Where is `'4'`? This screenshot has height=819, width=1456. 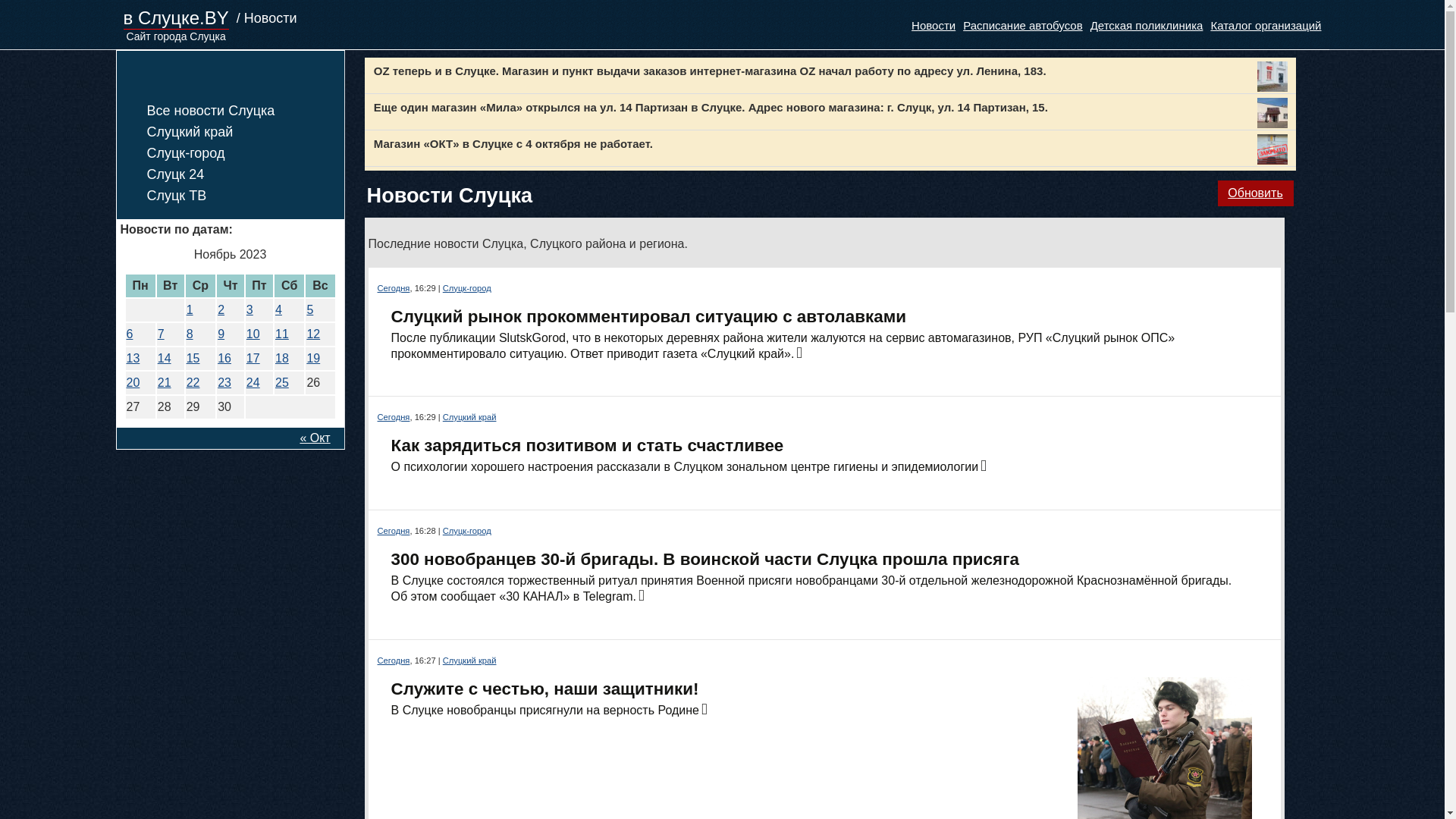
'4' is located at coordinates (278, 309).